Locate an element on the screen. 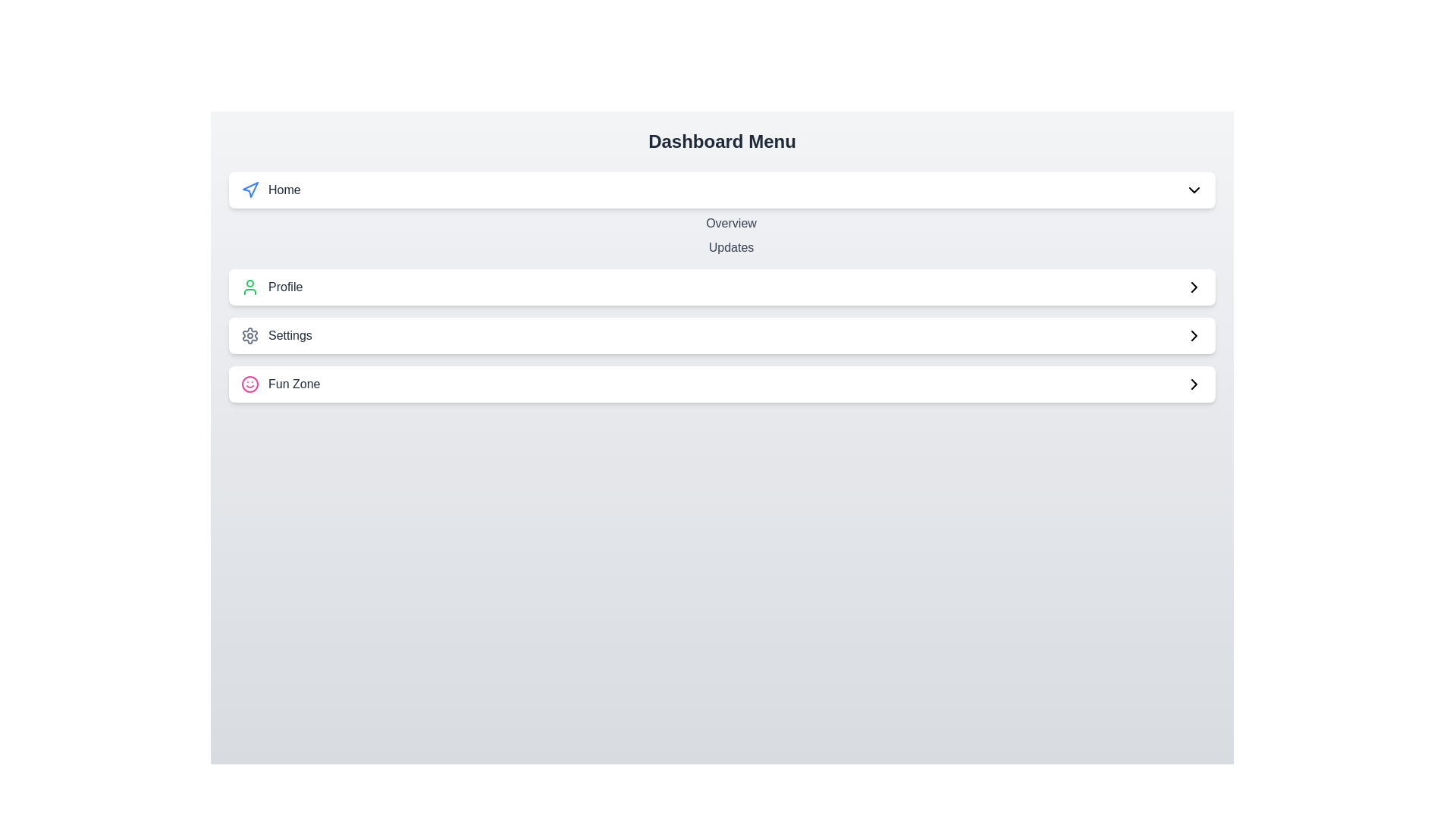  the chevron icon located to the right of the 'Settings' menu item, indicating a secondary action or submenu is located at coordinates (1193, 335).